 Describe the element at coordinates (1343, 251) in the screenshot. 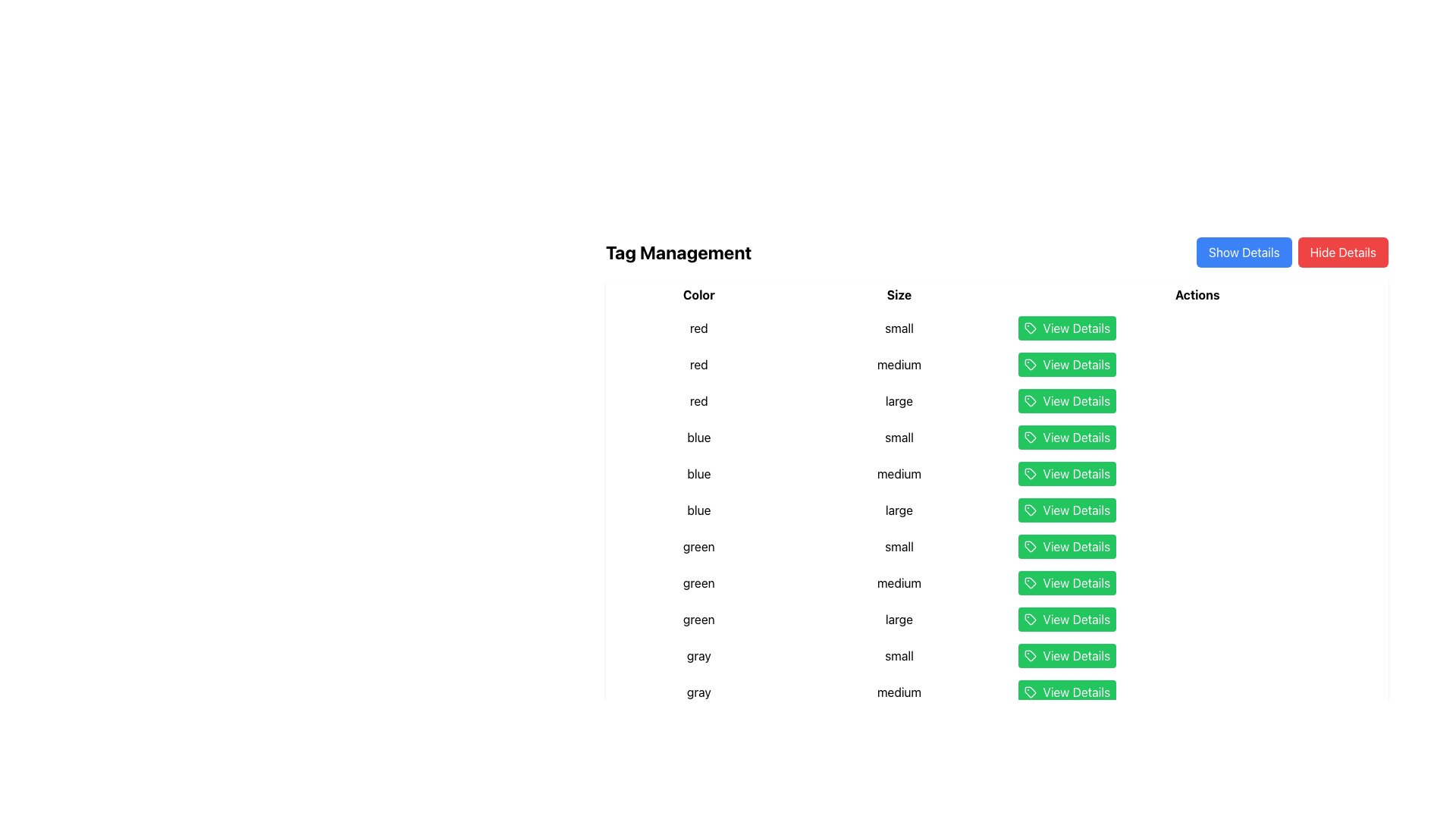

I see `the button located in the top-right section of the page that toggles the visibility of additional details when clicked, to hide the details` at that location.